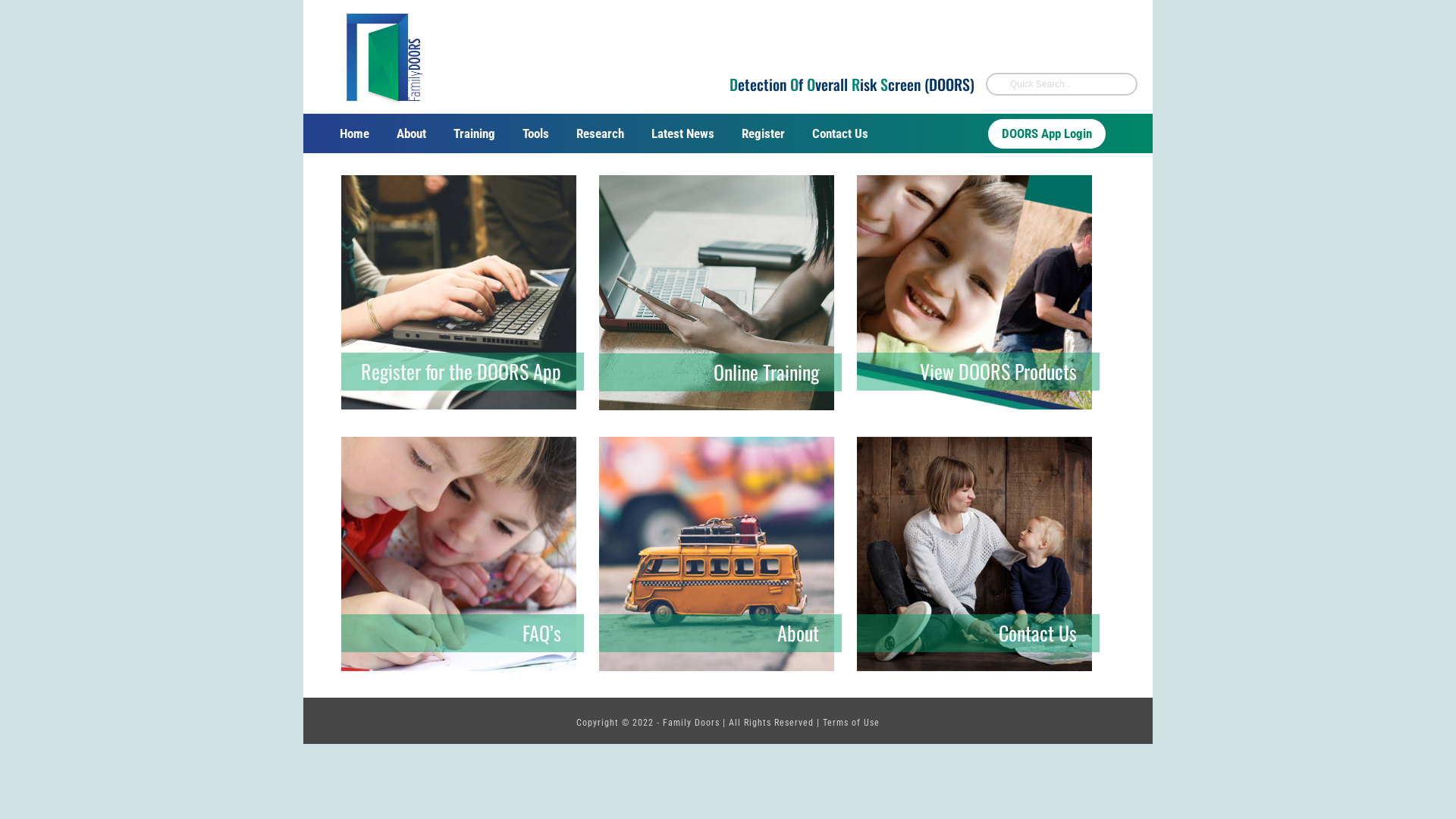 The height and width of the screenshot is (819, 1456). What do you see at coordinates (473, 133) in the screenshot?
I see `'Training'` at bounding box center [473, 133].